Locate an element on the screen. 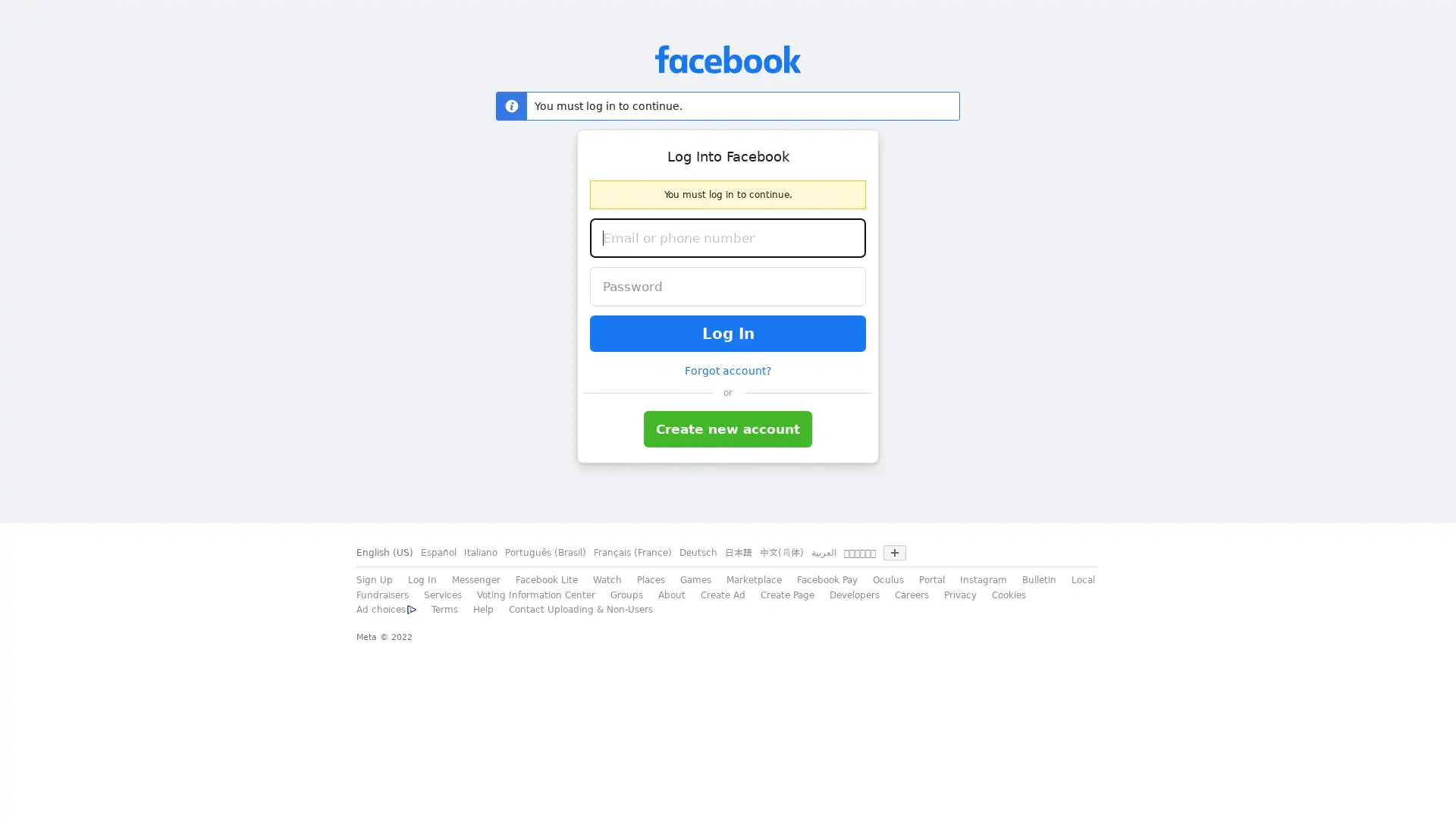  Create new account is located at coordinates (728, 429).